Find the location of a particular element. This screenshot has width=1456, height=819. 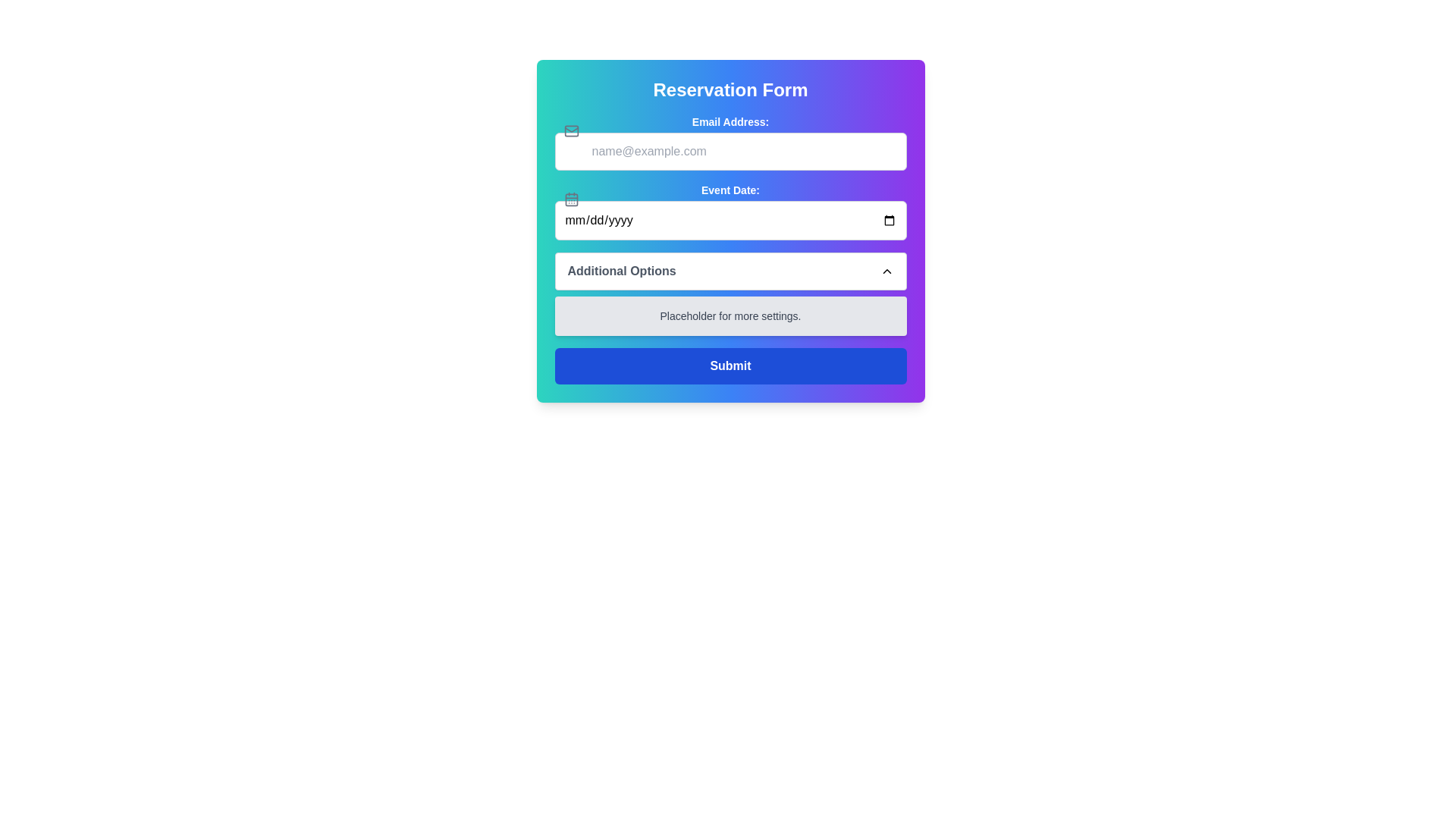

the envelope icon, which is a minimalistic SVG with a gray stroke, positioned to the left of the email input field labeled 'Email Address:' is located at coordinates (570, 130).